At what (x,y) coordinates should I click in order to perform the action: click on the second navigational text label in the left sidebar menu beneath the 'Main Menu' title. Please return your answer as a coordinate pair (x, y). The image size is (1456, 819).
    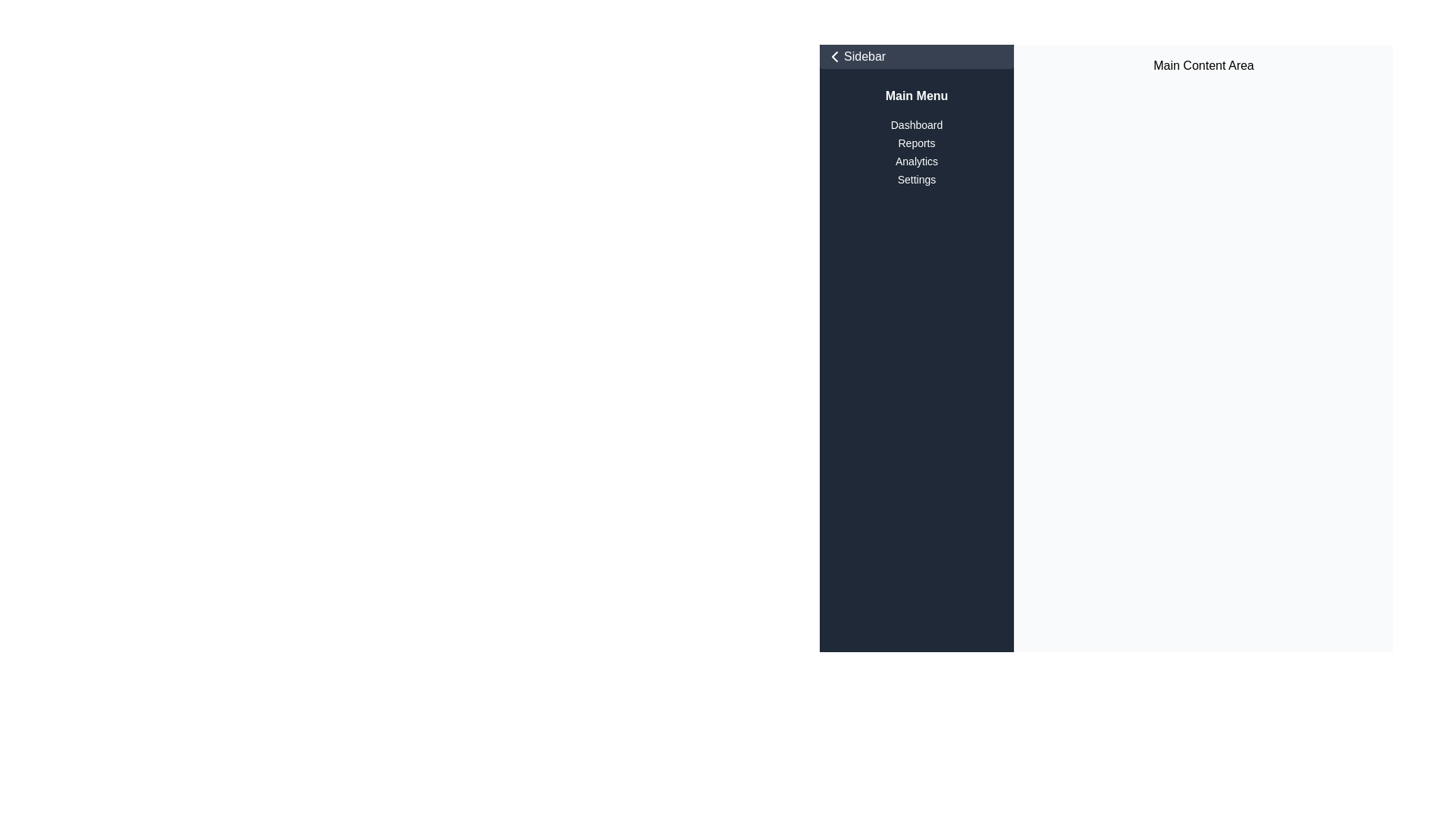
    Looking at the image, I should click on (916, 152).